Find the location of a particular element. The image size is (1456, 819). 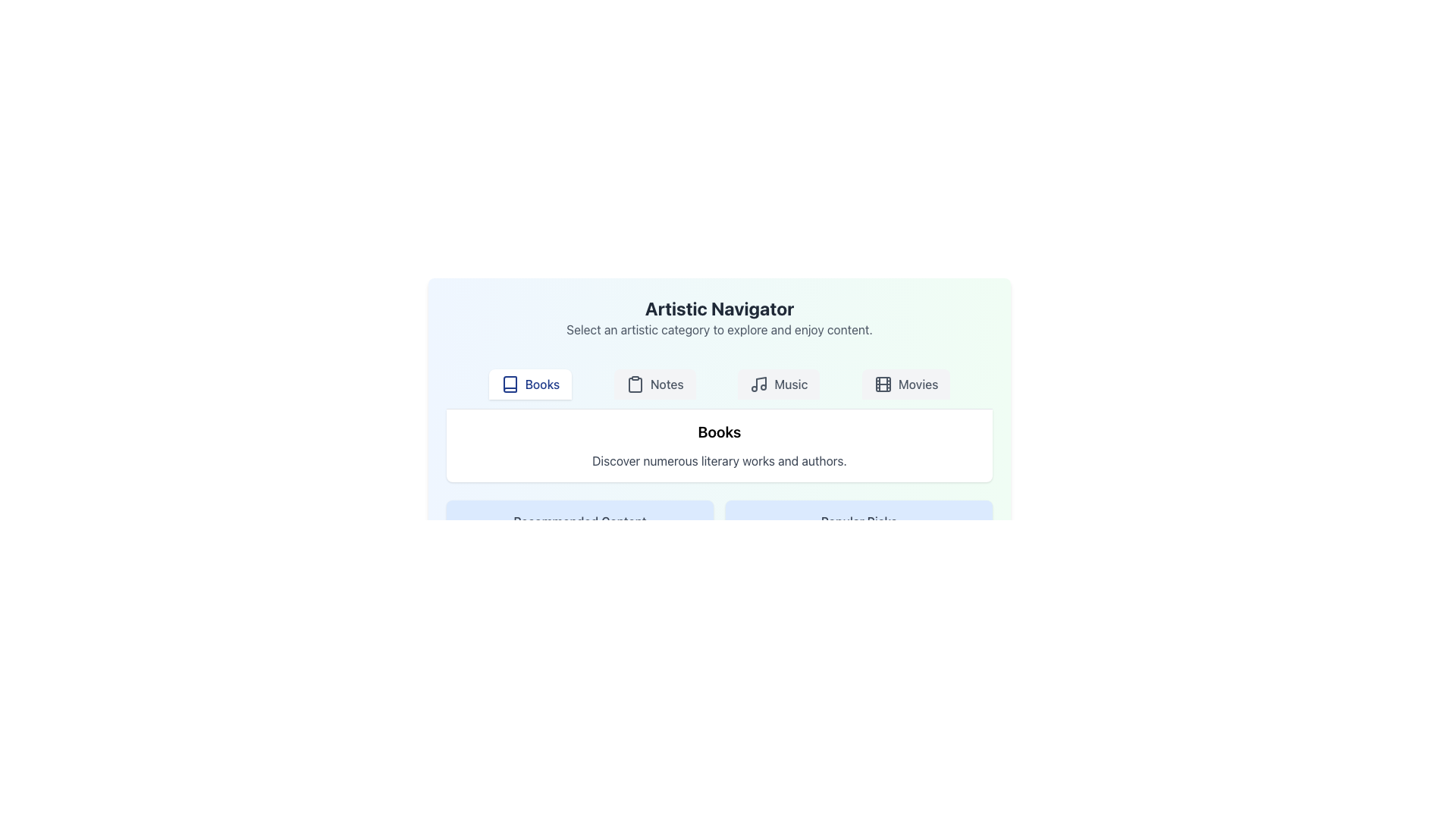

the third card in the two-column layout, which serves to inform users about new releases and acts as a navigation link to the New Releases section is located at coordinates (579, 598).